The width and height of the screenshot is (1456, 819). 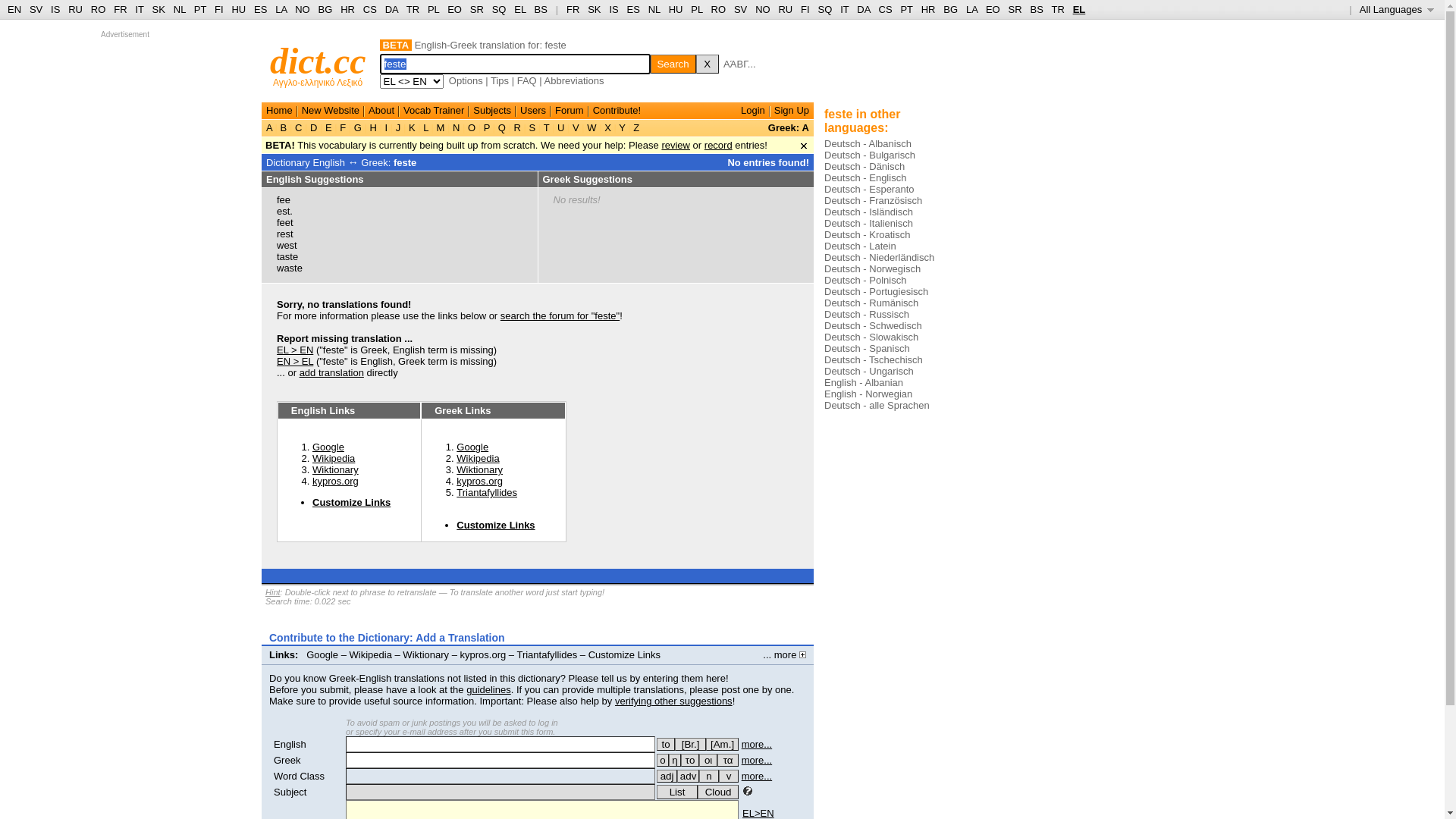 What do you see at coordinates (487, 127) in the screenshot?
I see `'P'` at bounding box center [487, 127].